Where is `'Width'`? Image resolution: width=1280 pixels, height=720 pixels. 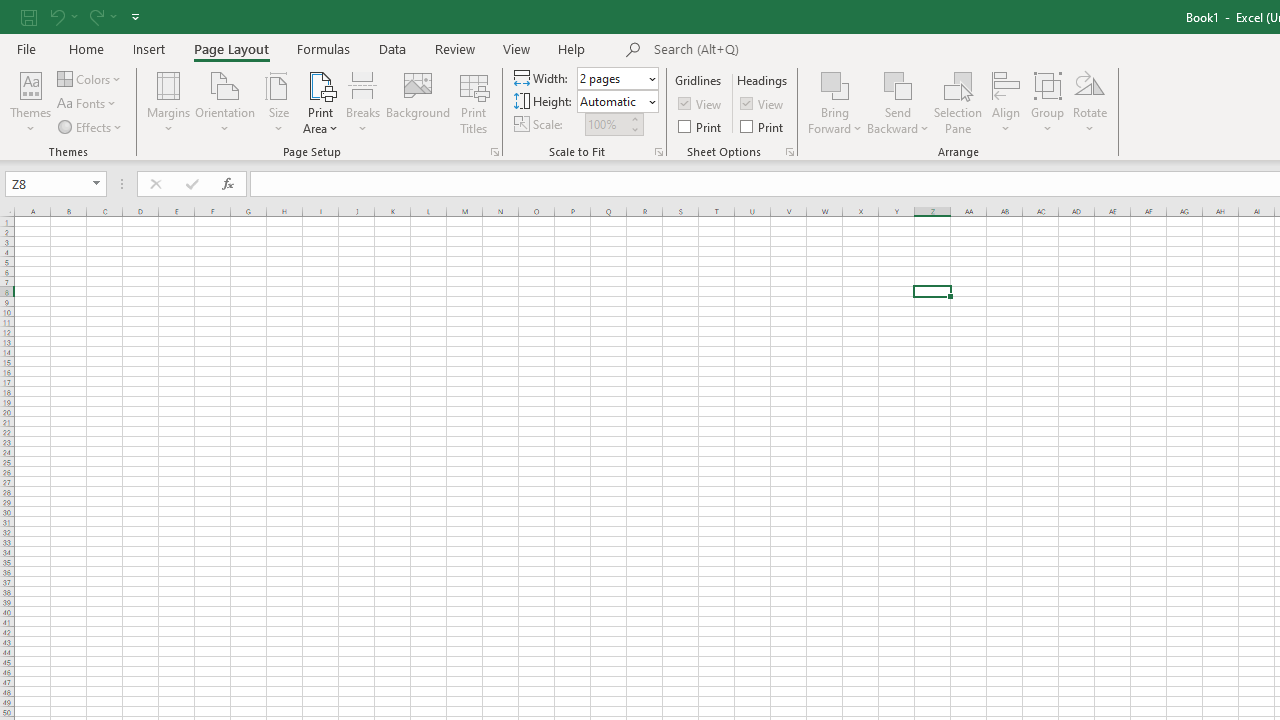 'Width' is located at coordinates (610, 77).